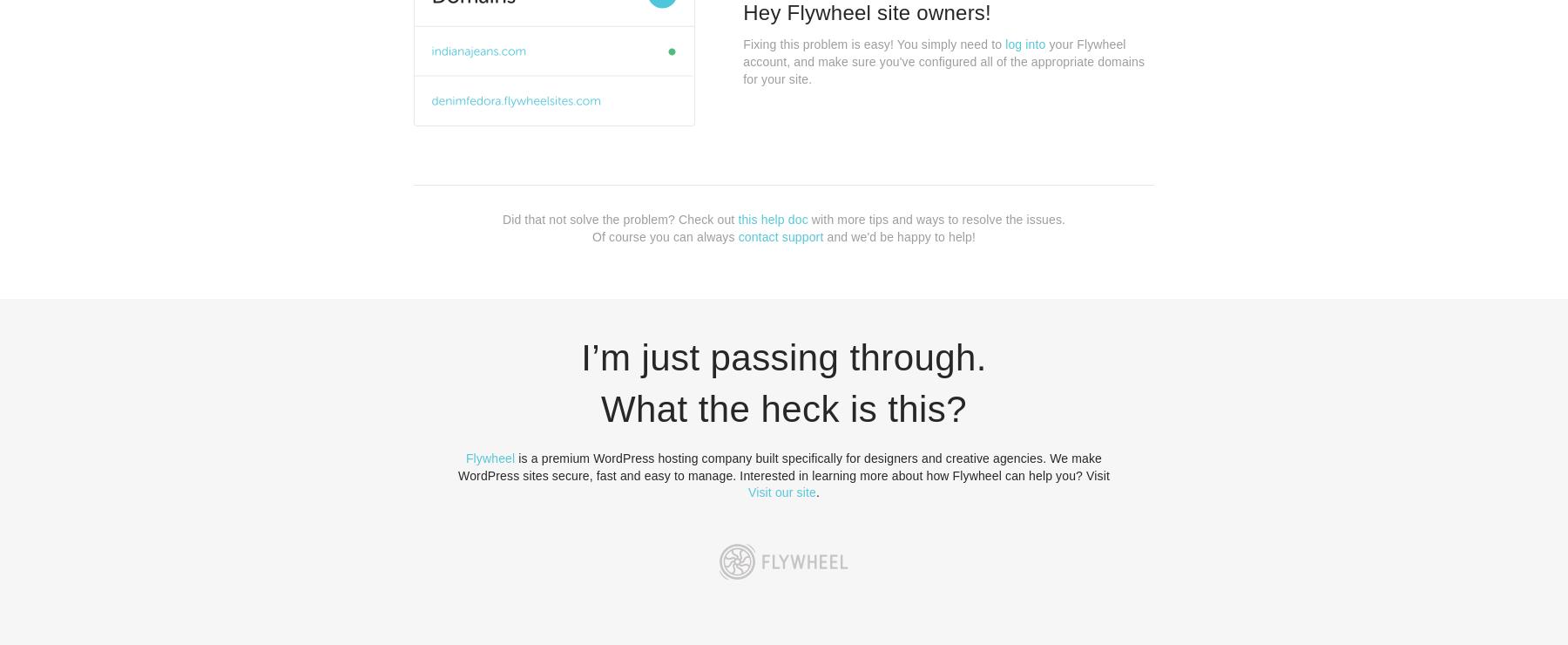 Image resolution: width=1568 pixels, height=645 pixels. I want to click on 'Visit our site', so click(781, 491).